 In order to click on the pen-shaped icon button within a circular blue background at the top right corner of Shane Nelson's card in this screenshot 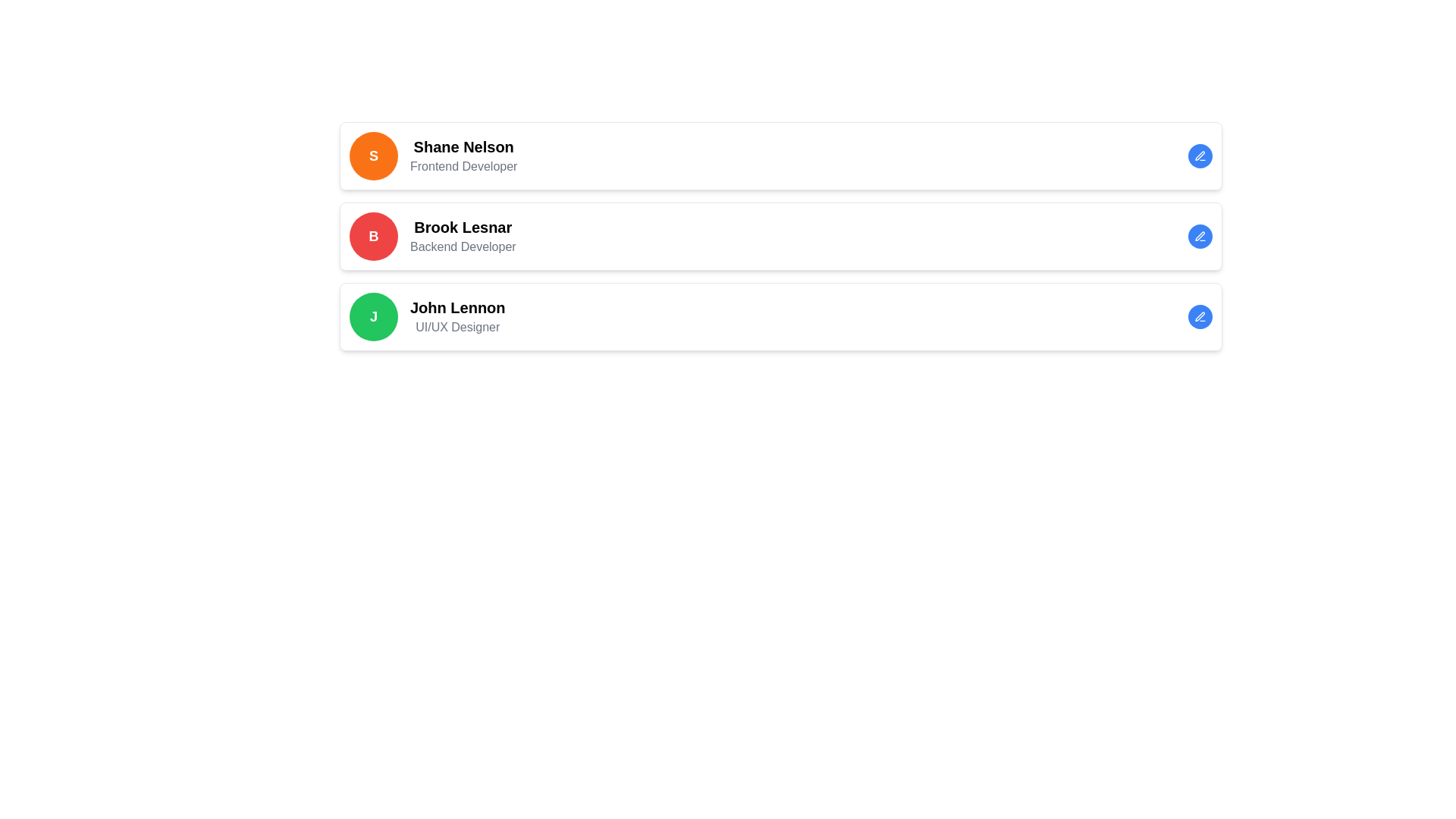, I will do `click(1200, 155)`.